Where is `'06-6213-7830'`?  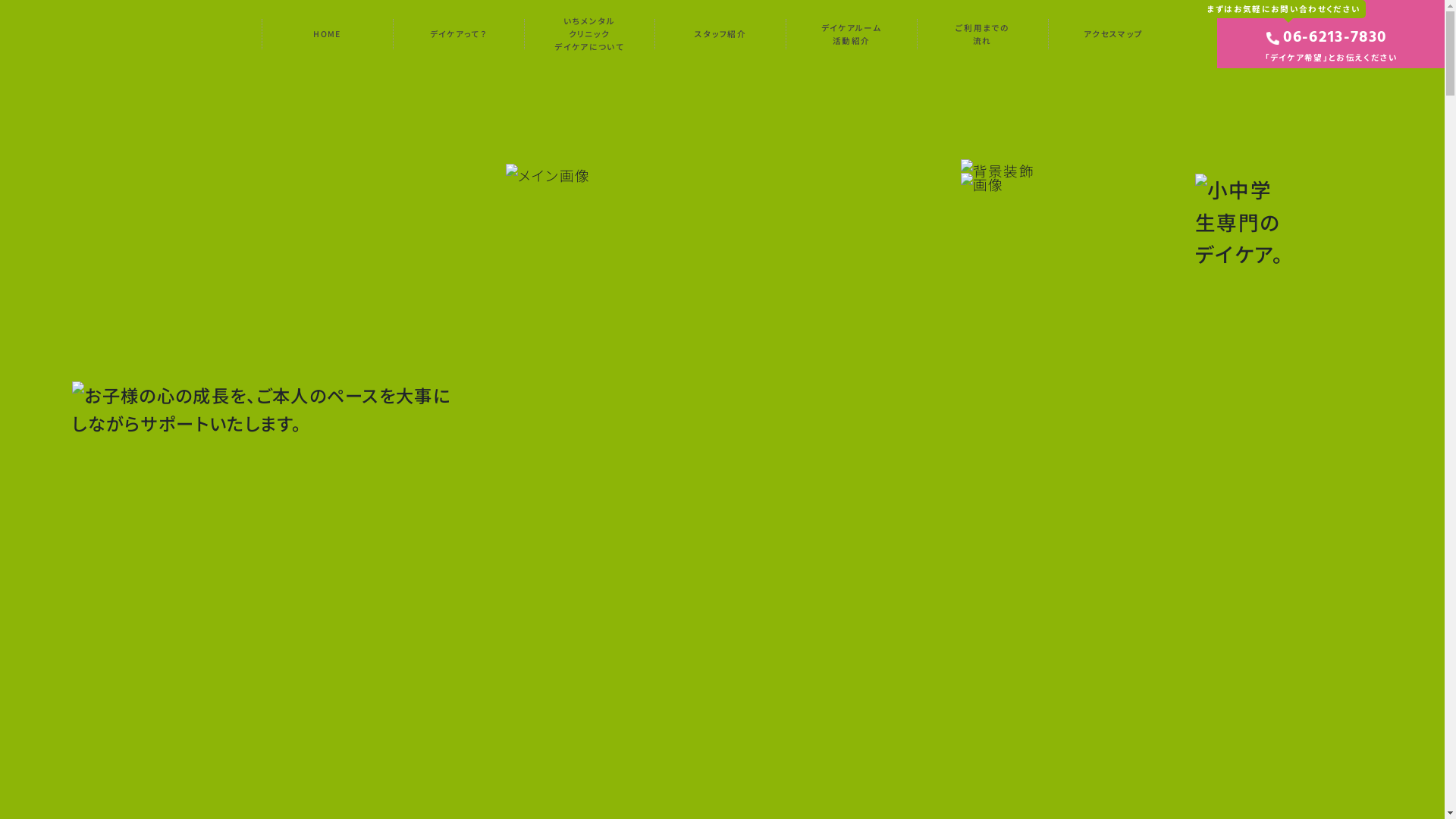 '06-6213-7830' is located at coordinates (1282, 37).